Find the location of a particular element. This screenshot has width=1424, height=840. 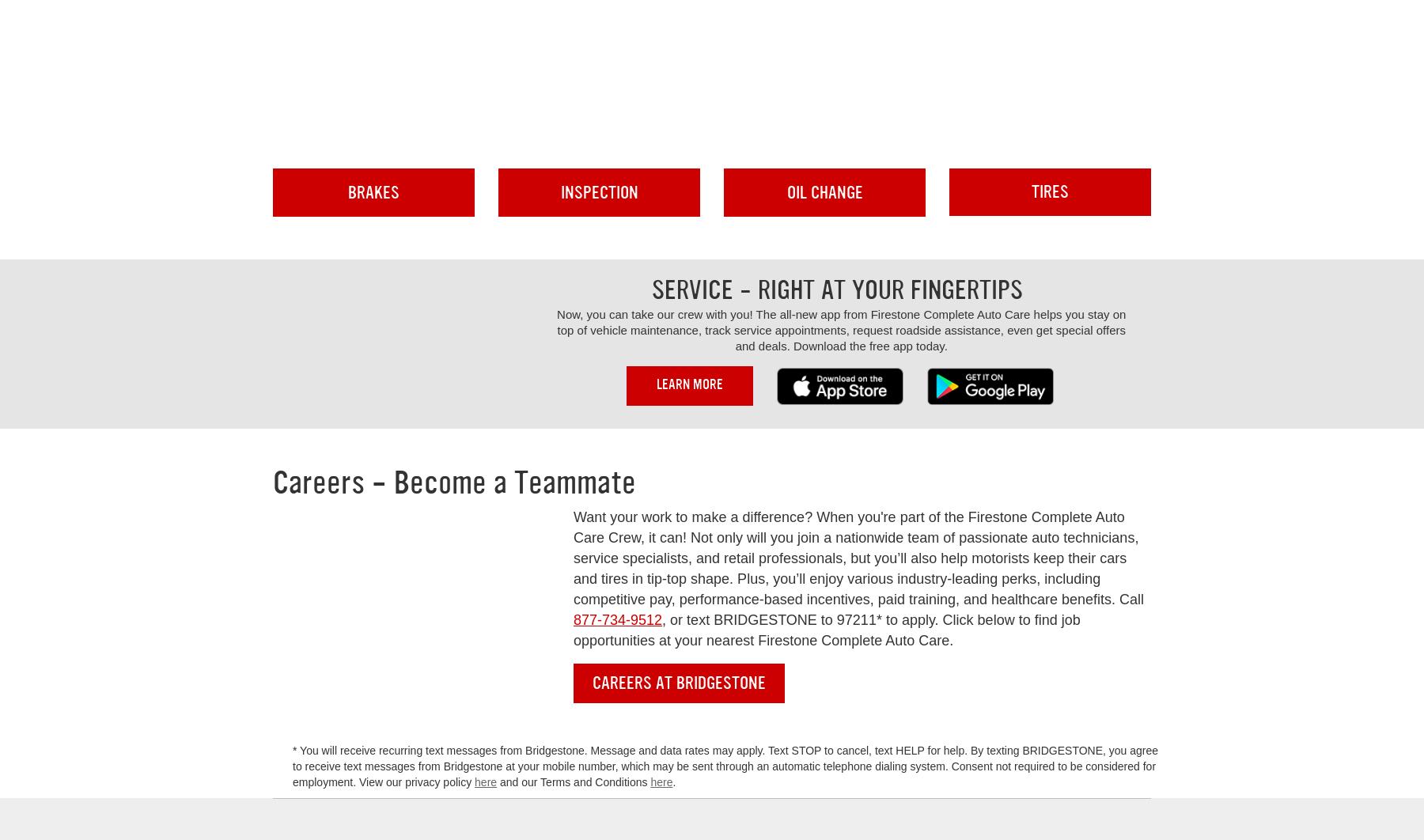

'Careers - Become a Teammate' is located at coordinates (273, 482).